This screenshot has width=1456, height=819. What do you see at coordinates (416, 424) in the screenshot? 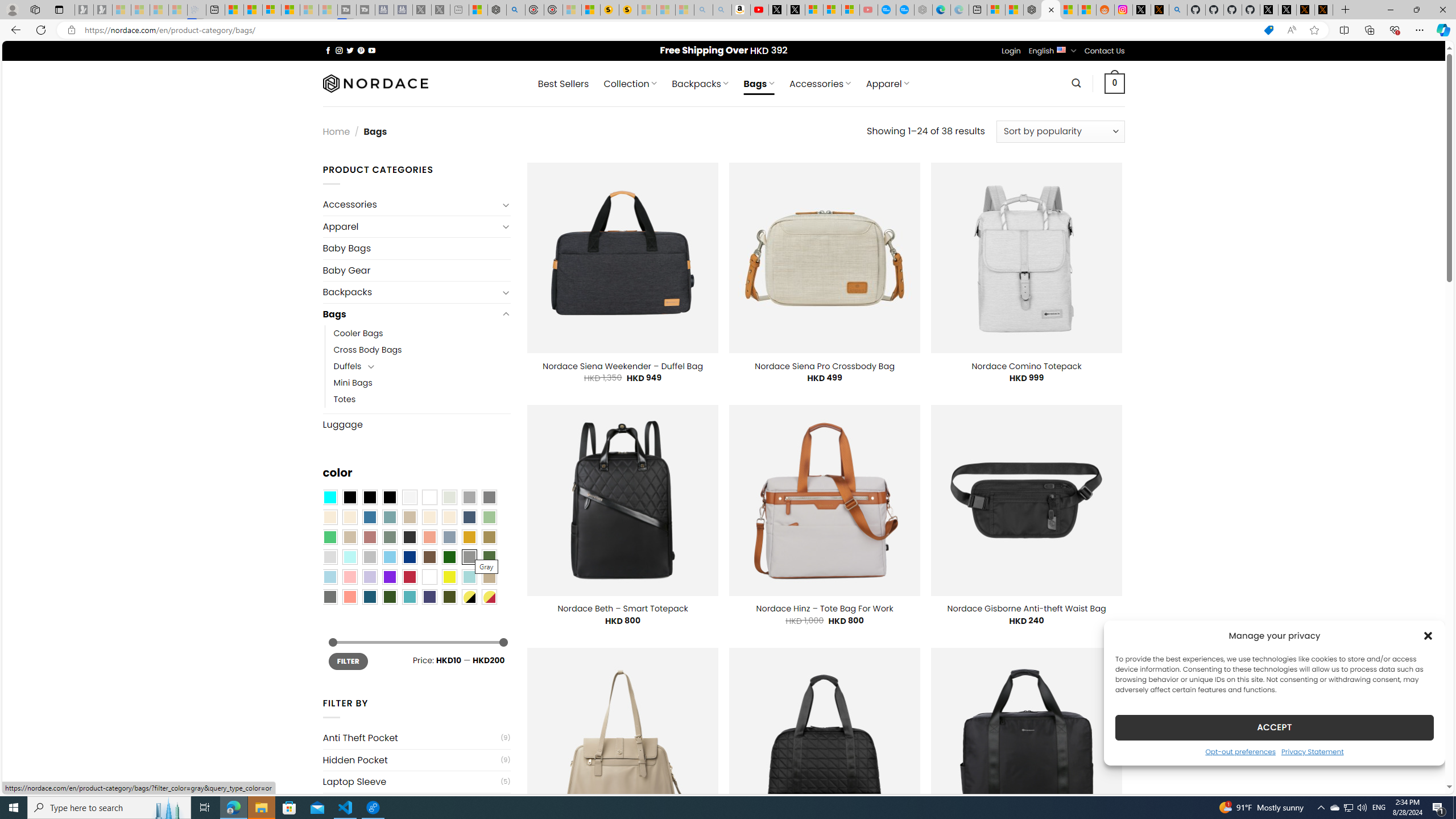
I see `'Luggage'` at bounding box center [416, 424].